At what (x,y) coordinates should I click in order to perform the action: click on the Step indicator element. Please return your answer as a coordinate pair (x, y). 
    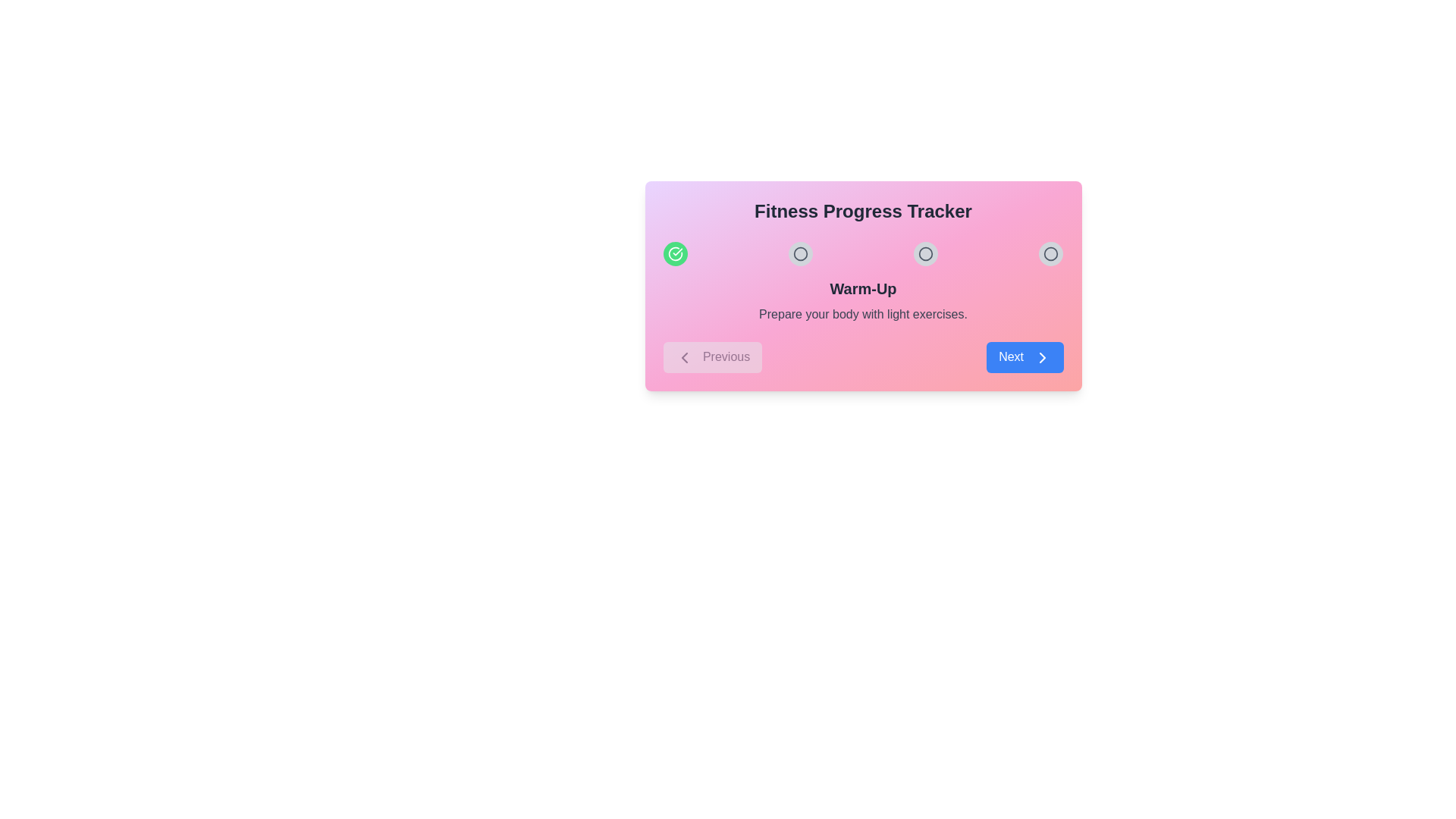
    Looking at the image, I should click on (1050, 253).